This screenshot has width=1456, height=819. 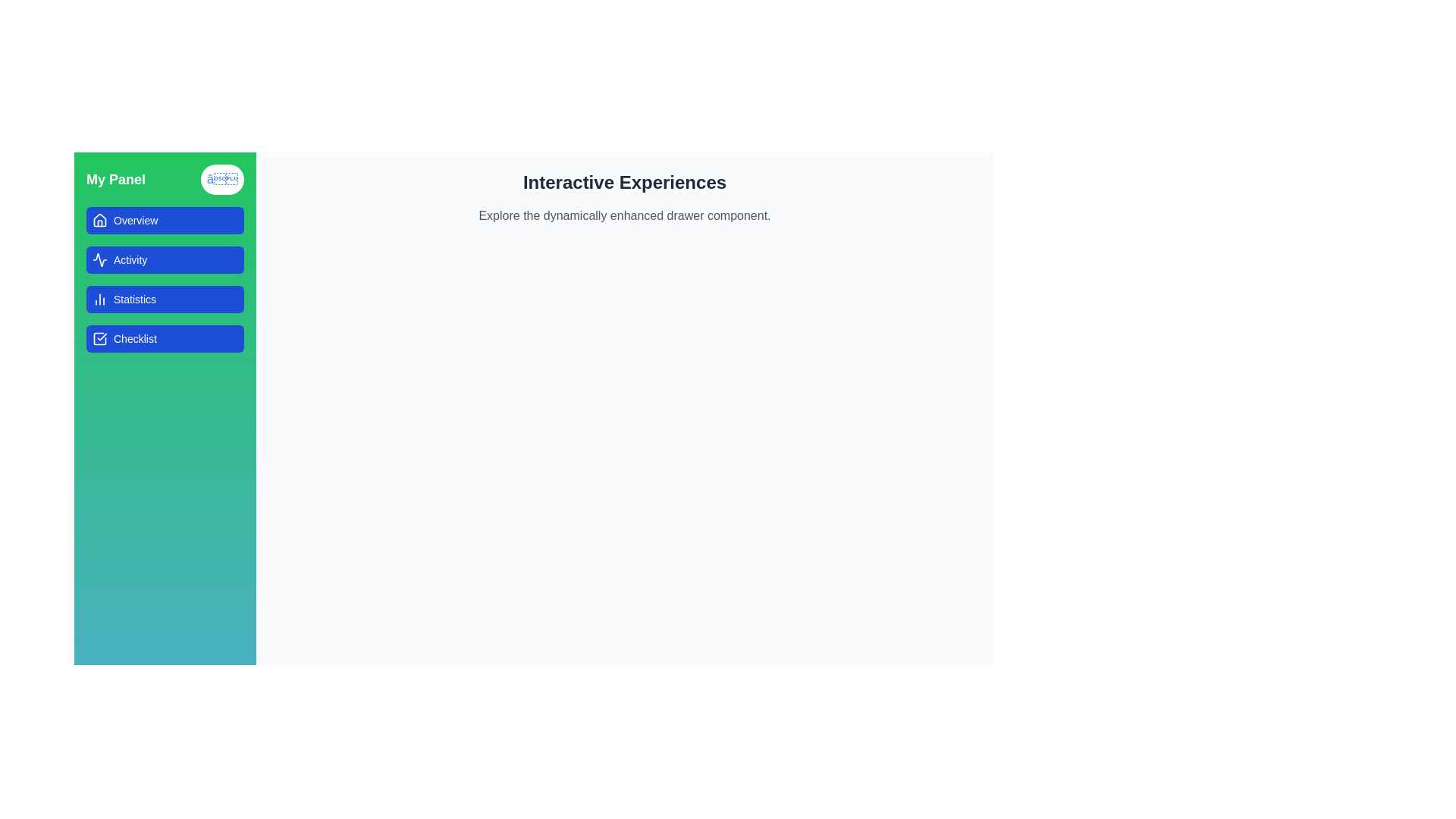 What do you see at coordinates (130, 259) in the screenshot?
I see `the text label that reads 'Activity', which is part of a button in the sidebar menu, styled with a blue background and white text, located between the 'Overview' and 'Statistics' buttons` at bounding box center [130, 259].